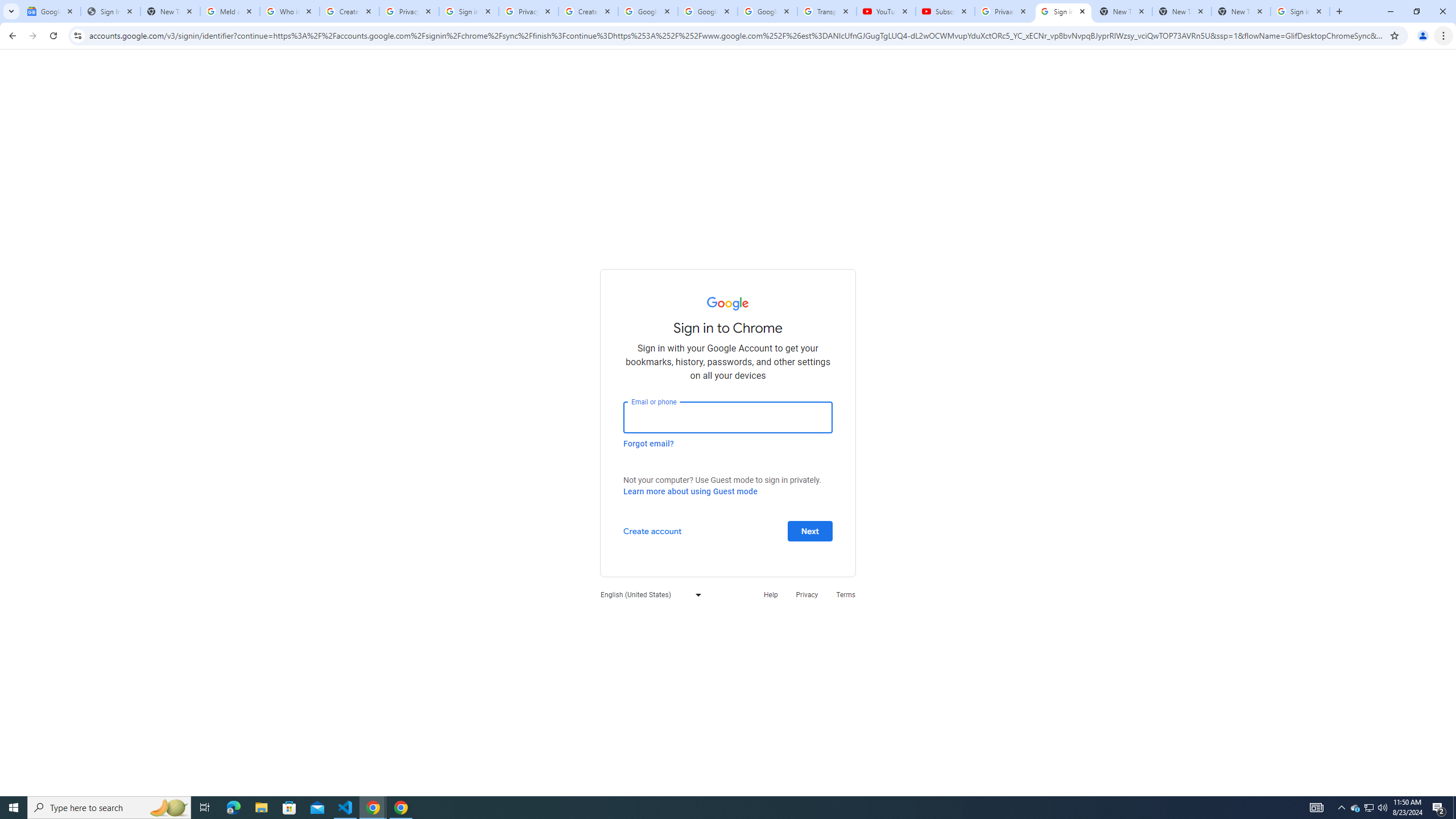 Image resolution: width=1456 pixels, height=819 pixels. What do you see at coordinates (110, 11) in the screenshot?
I see `'Sign In - USA TODAY'` at bounding box center [110, 11].